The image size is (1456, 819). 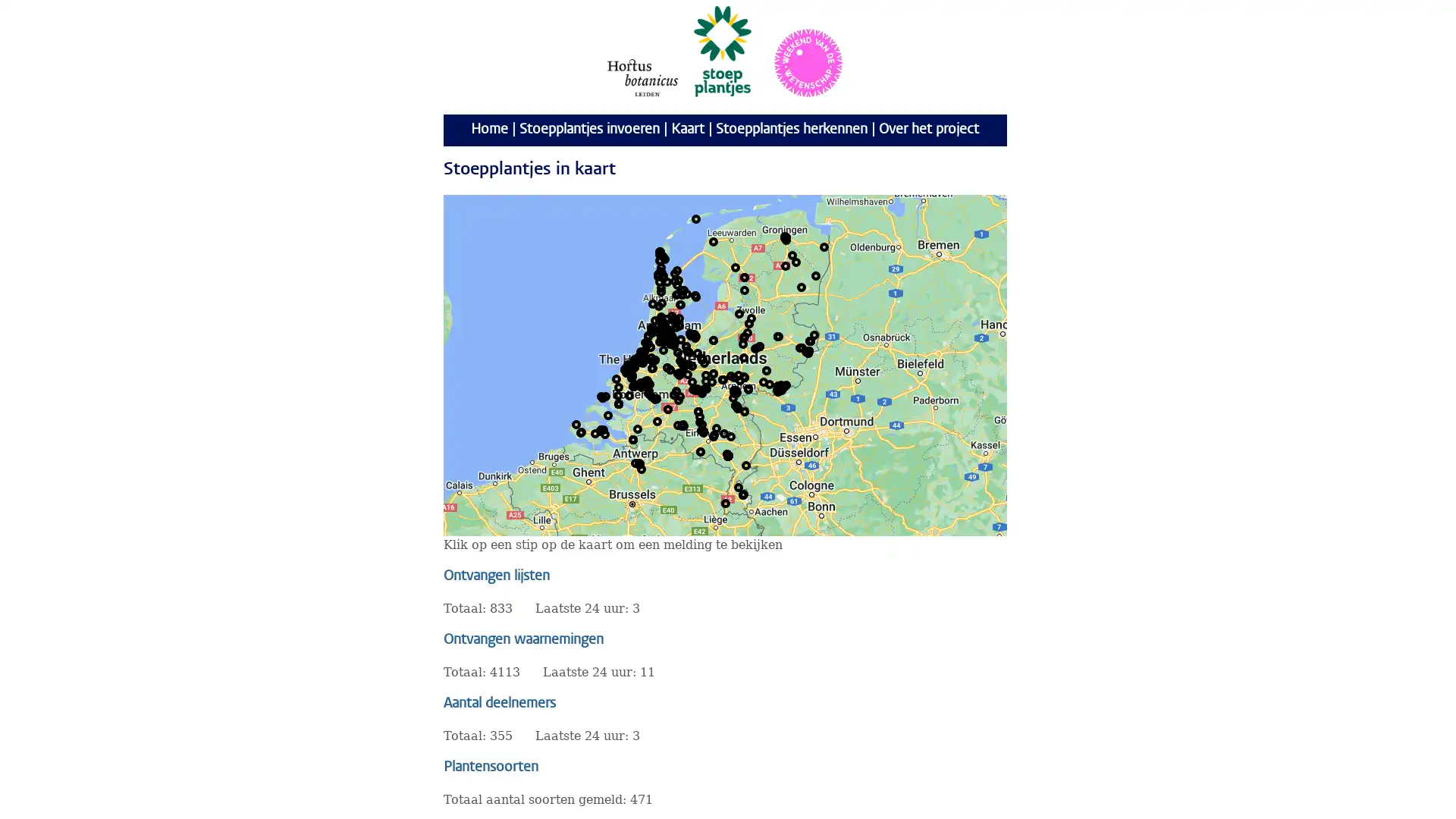 What do you see at coordinates (662, 333) in the screenshot?
I see `Telling van op 11 oktober 2021` at bounding box center [662, 333].